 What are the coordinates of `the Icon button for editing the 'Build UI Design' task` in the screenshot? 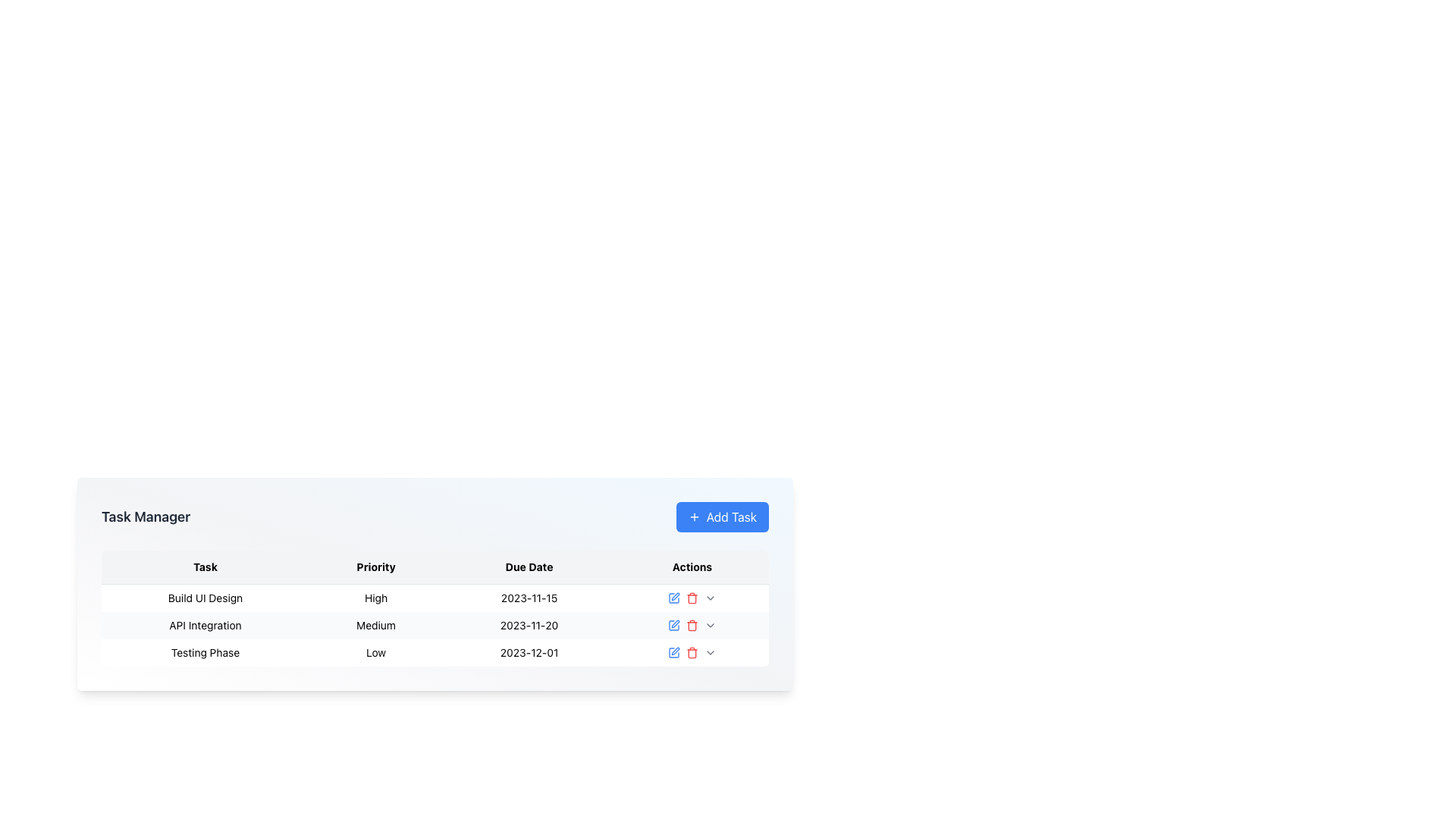 It's located at (675, 623).